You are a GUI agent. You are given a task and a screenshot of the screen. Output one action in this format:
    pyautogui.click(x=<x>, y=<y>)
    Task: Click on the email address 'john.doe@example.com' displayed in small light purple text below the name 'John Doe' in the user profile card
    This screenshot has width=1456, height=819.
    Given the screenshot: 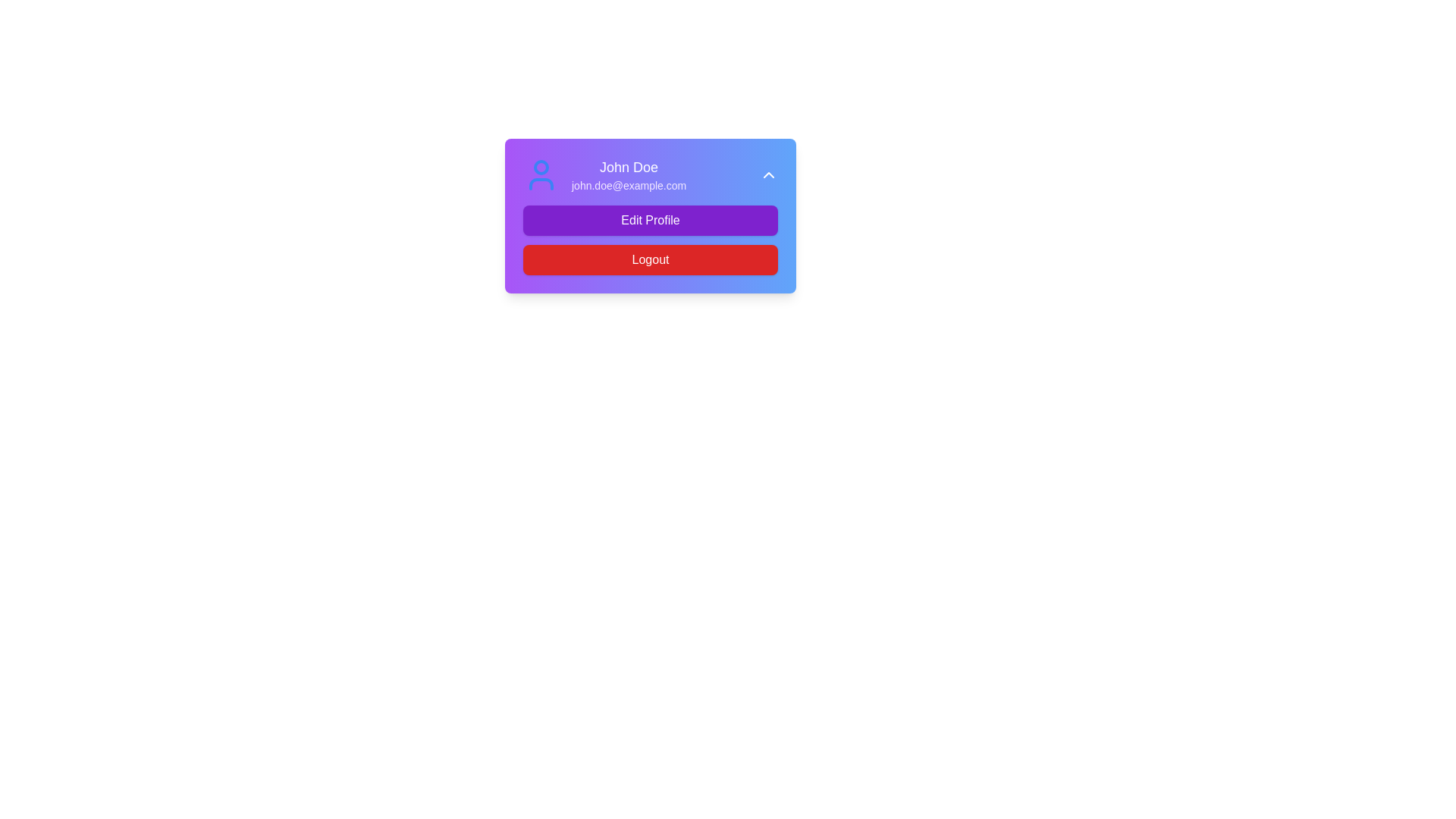 What is the action you would take?
    pyautogui.click(x=629, y=185)
    